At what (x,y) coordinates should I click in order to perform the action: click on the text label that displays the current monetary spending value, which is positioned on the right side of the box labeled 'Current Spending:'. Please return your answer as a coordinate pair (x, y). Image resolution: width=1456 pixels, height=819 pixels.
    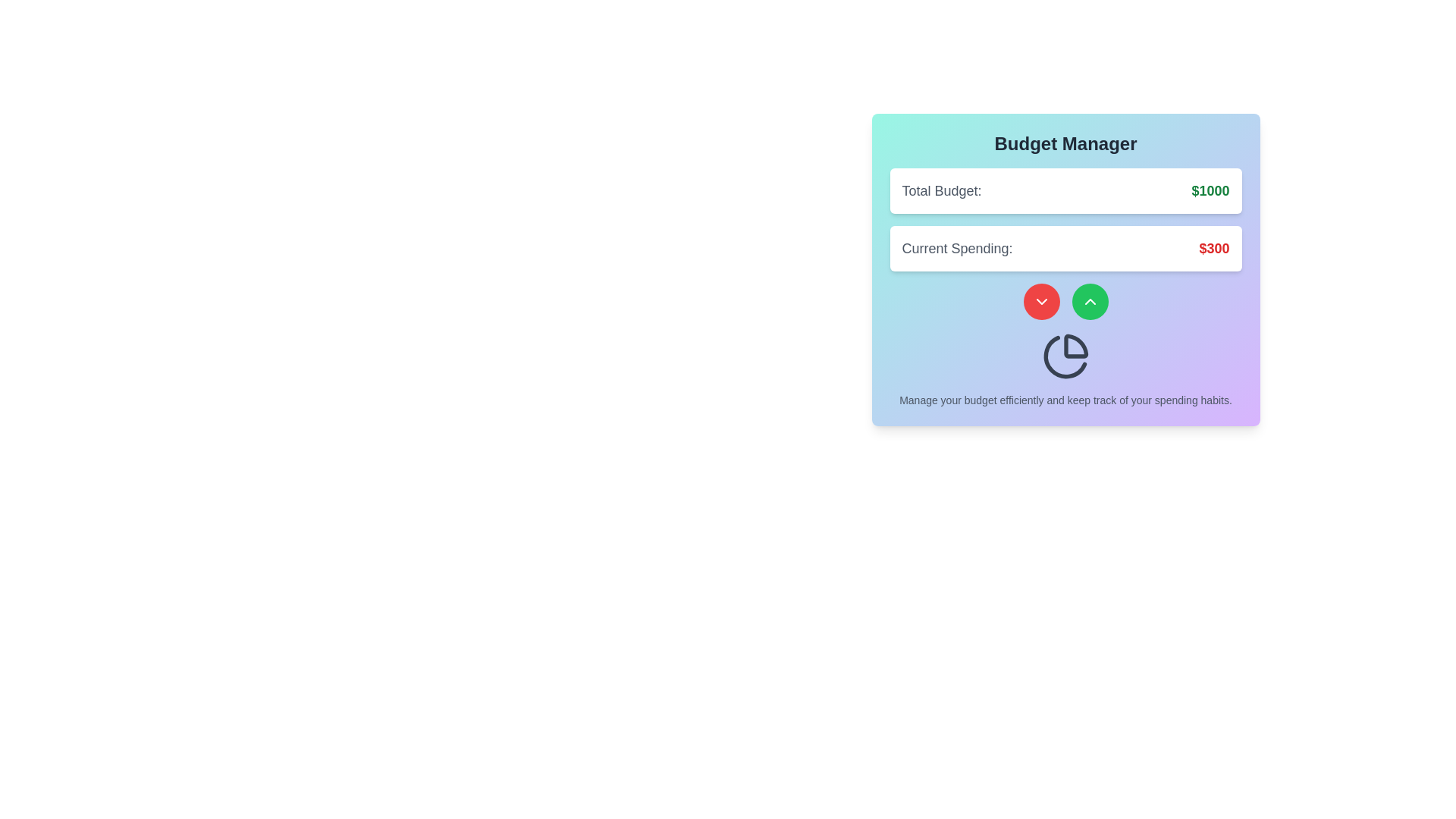
    Looking at the image, I should click on (1214, 247).